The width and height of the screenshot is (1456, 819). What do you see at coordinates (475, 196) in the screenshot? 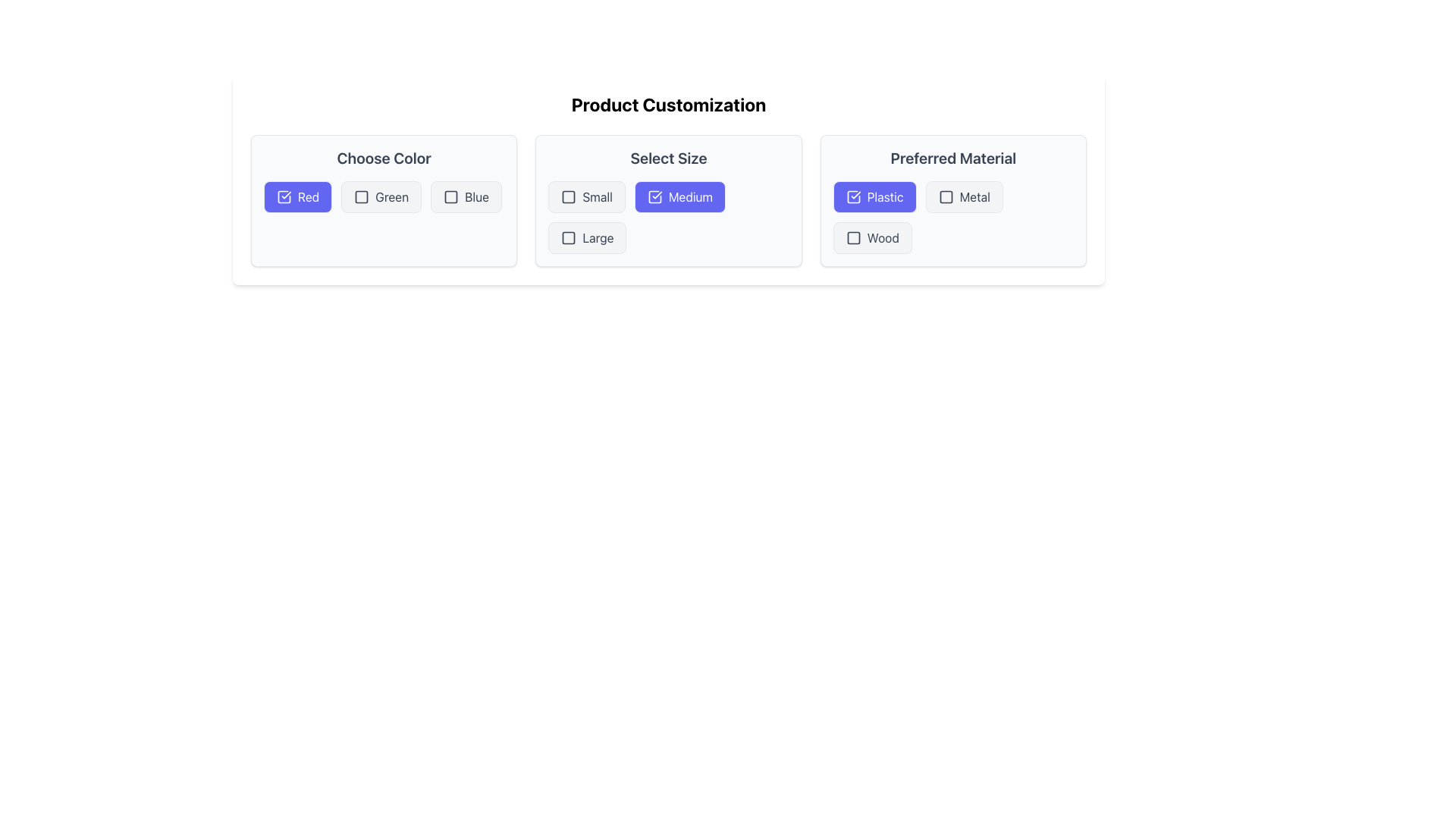
I see `text label displaying 'Blue' within the 'Choose Color' UI component, which is the rightmost color option` at bounding box center [475, 196].